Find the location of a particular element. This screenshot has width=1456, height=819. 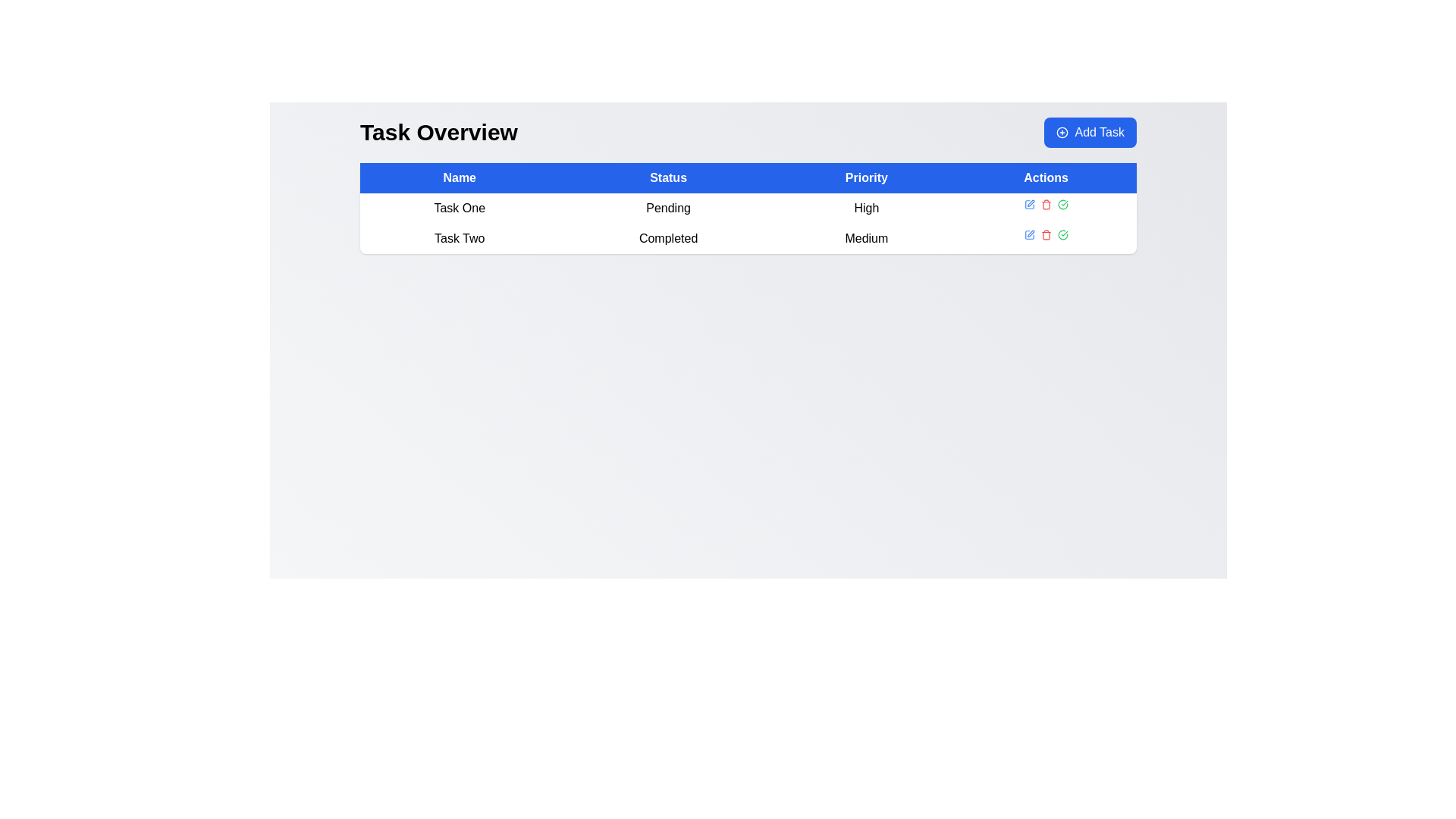

the blue circle icon with a plus symbol located to the left of the 'Add Task' text is located at coordinates (1062, 131).